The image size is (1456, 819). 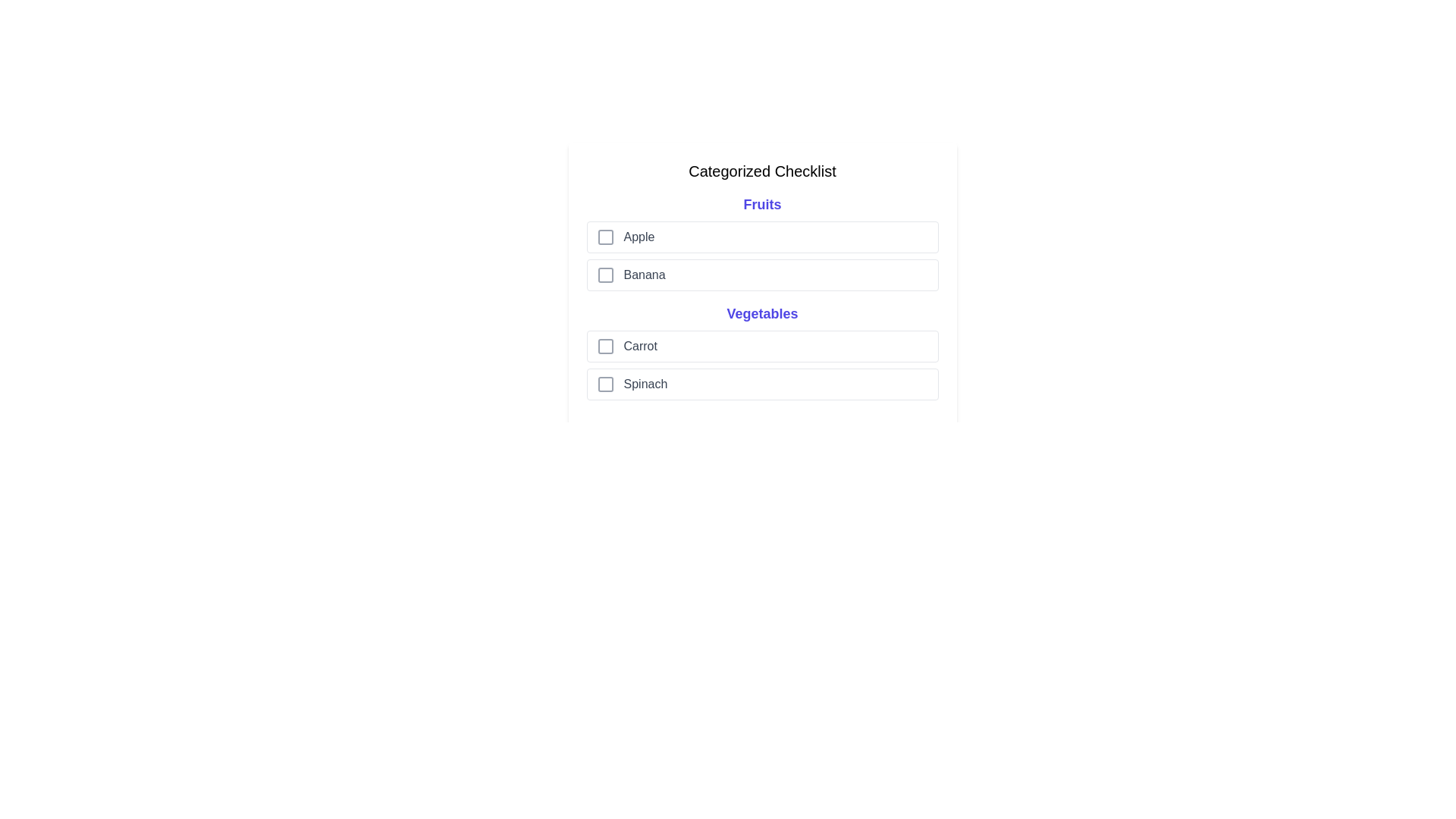 What do you see at coordinates (604, 275) in the screenshot?
I see `the small square-shaped icon with rounded corners adjacent to the text label 'Banana' in the checklist under the 'Fruits' category` at bounding box center [604, 275].